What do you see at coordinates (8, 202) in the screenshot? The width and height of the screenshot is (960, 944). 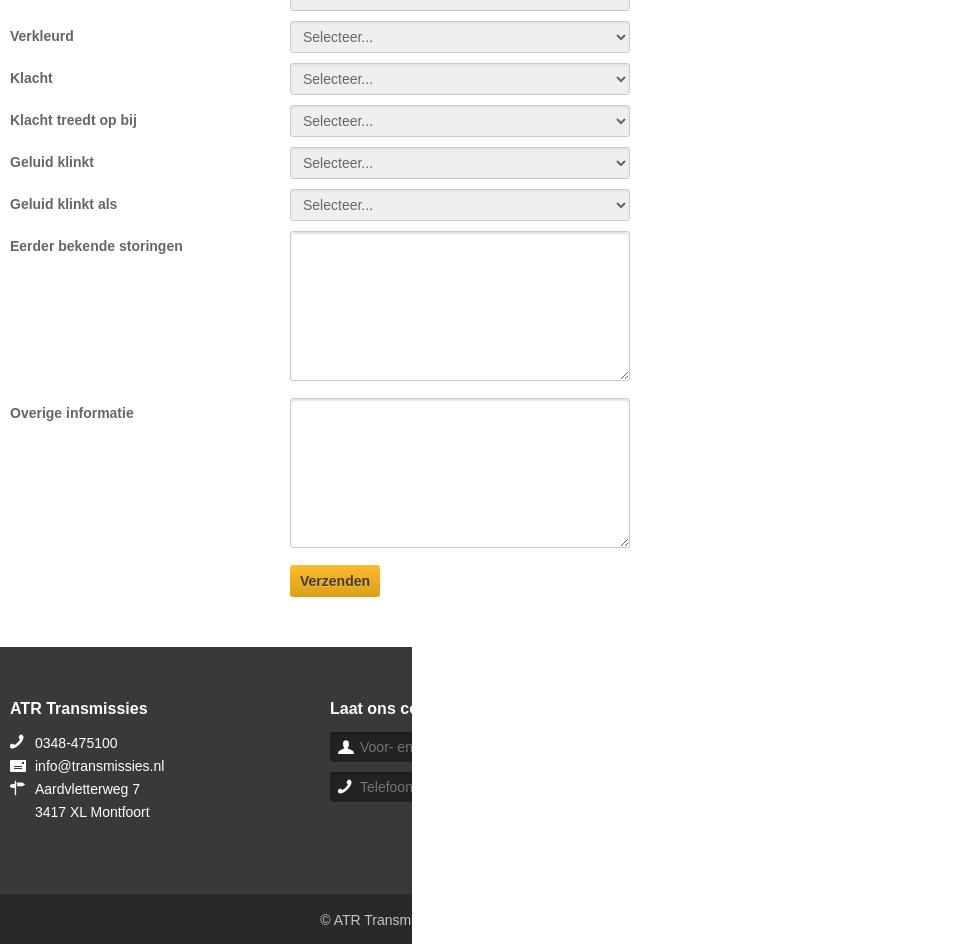 I see `'Geluid klinkt als'` at bounding box center [8, 202].